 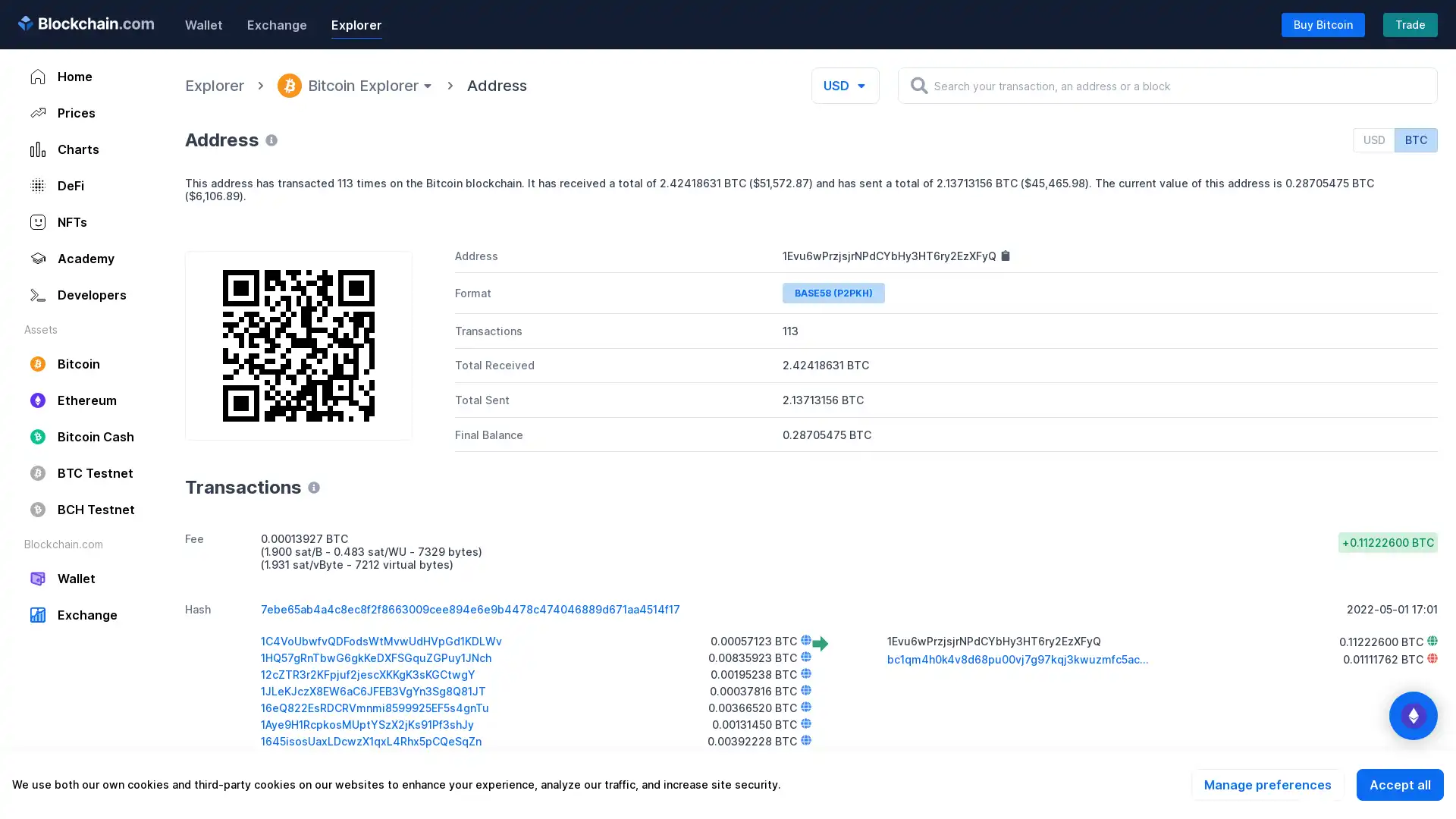 What do you see at coordinates (1412, 716) in the screenshot?
I see `alternating coins` at bounding box center [1412, 716].